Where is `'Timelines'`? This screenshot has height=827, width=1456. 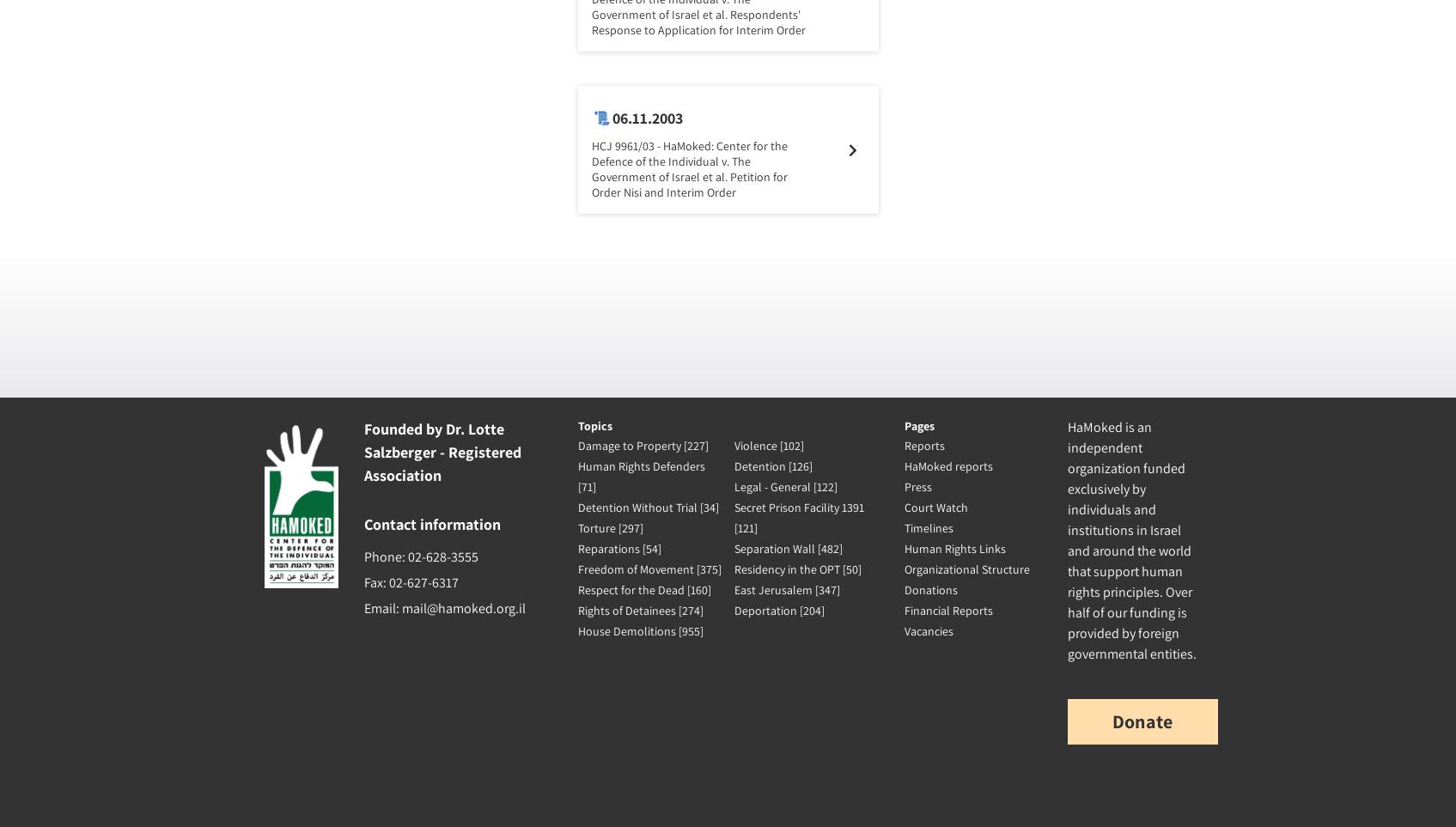
'Timelines' is located at coordinates (928, 526).